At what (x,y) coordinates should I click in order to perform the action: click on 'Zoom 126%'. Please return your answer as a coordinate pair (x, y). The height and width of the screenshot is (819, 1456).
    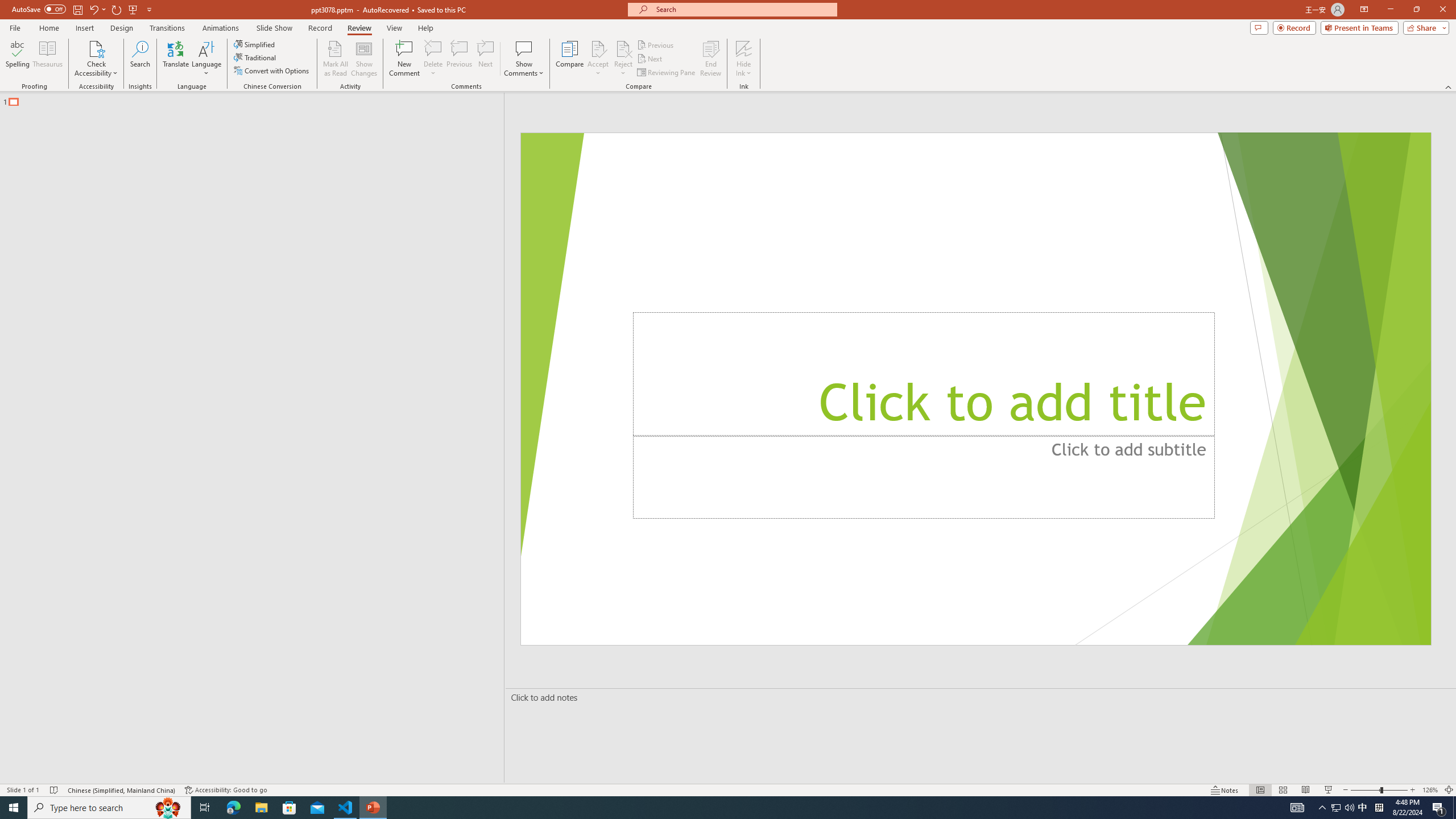
    Looking at the image, I should click on (1430, 790).